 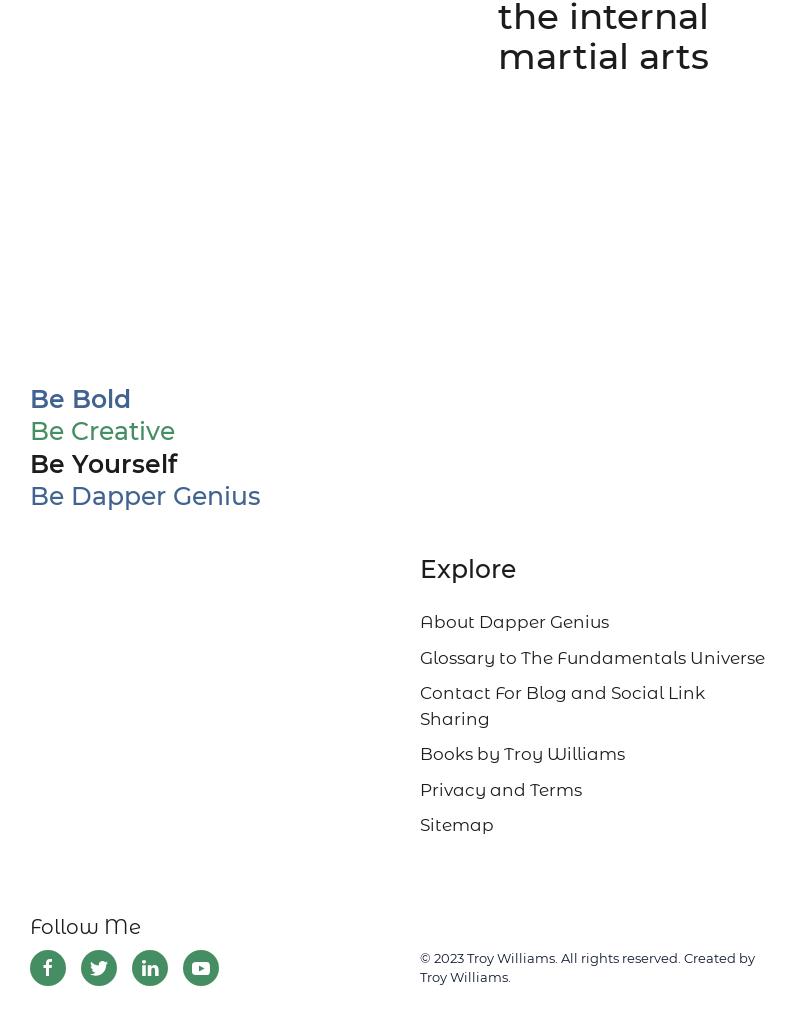 What do you see at coordinates (420, 566) in the screenshot?
I see `'Explore'` at bounding box center [420, 566].